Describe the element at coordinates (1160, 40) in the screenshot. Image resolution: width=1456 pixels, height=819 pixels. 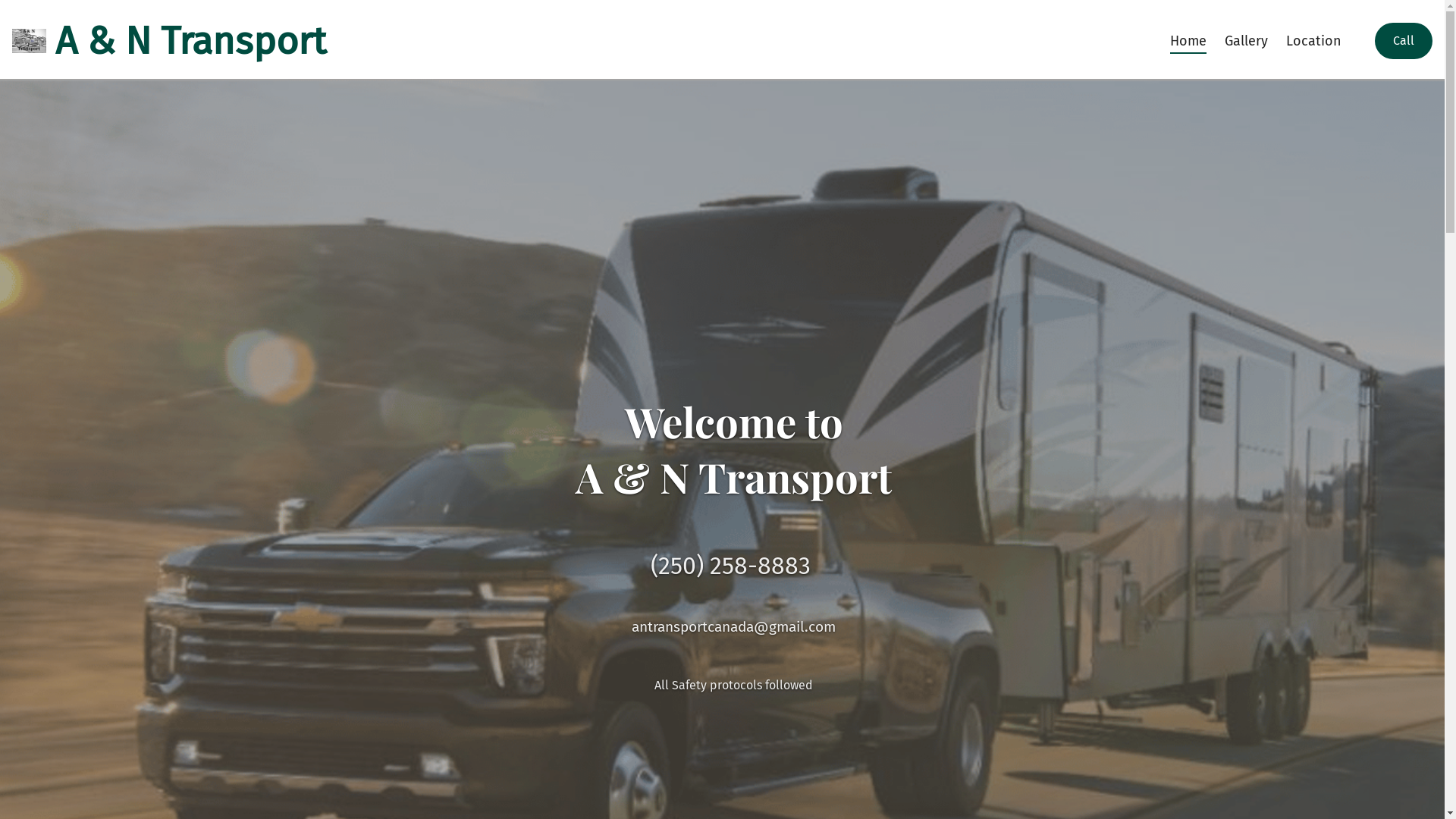
I see `'Home'` at that location.